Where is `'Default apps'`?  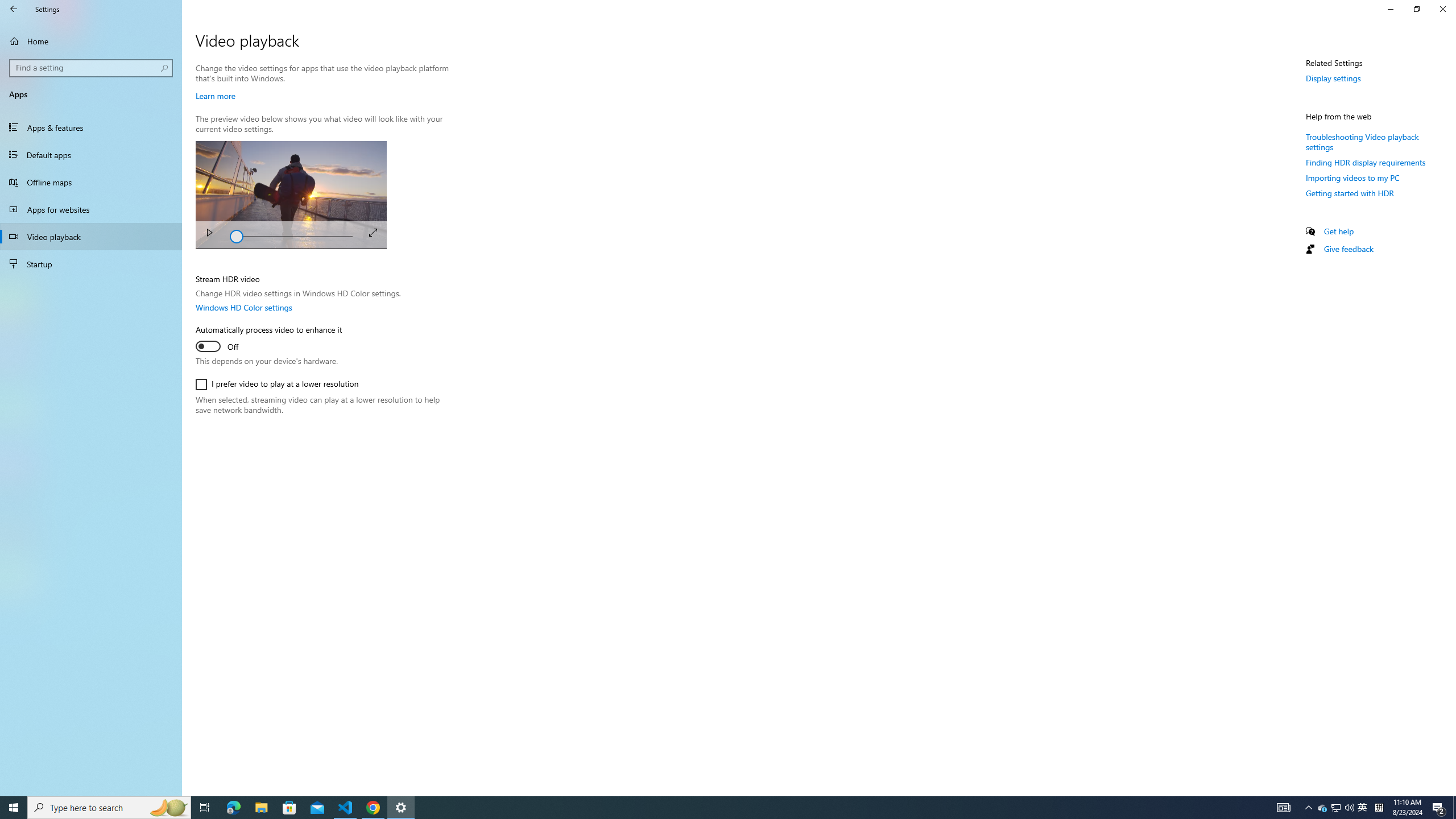
'Default apps' is located at coordinates (90, 154).